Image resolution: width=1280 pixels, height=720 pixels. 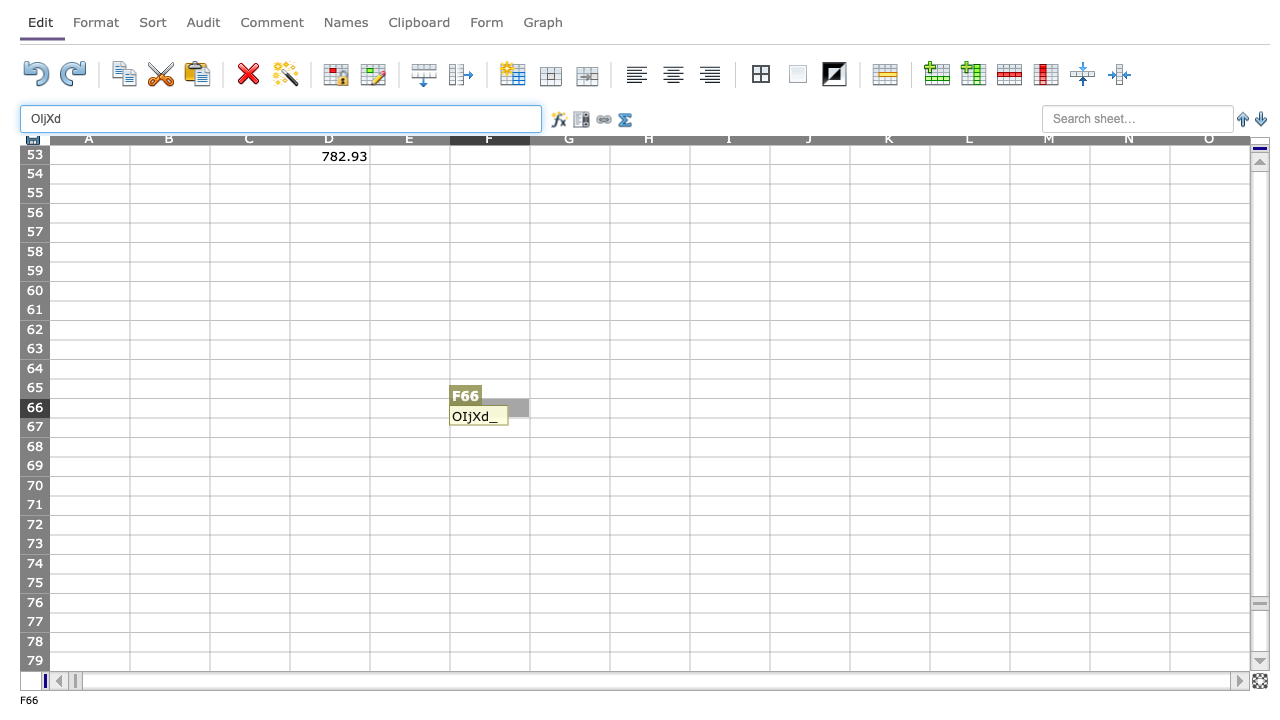 What do you see at coordinates (728, 661) in the screenshot?
I see `I79` at bounding box center [728, 661].